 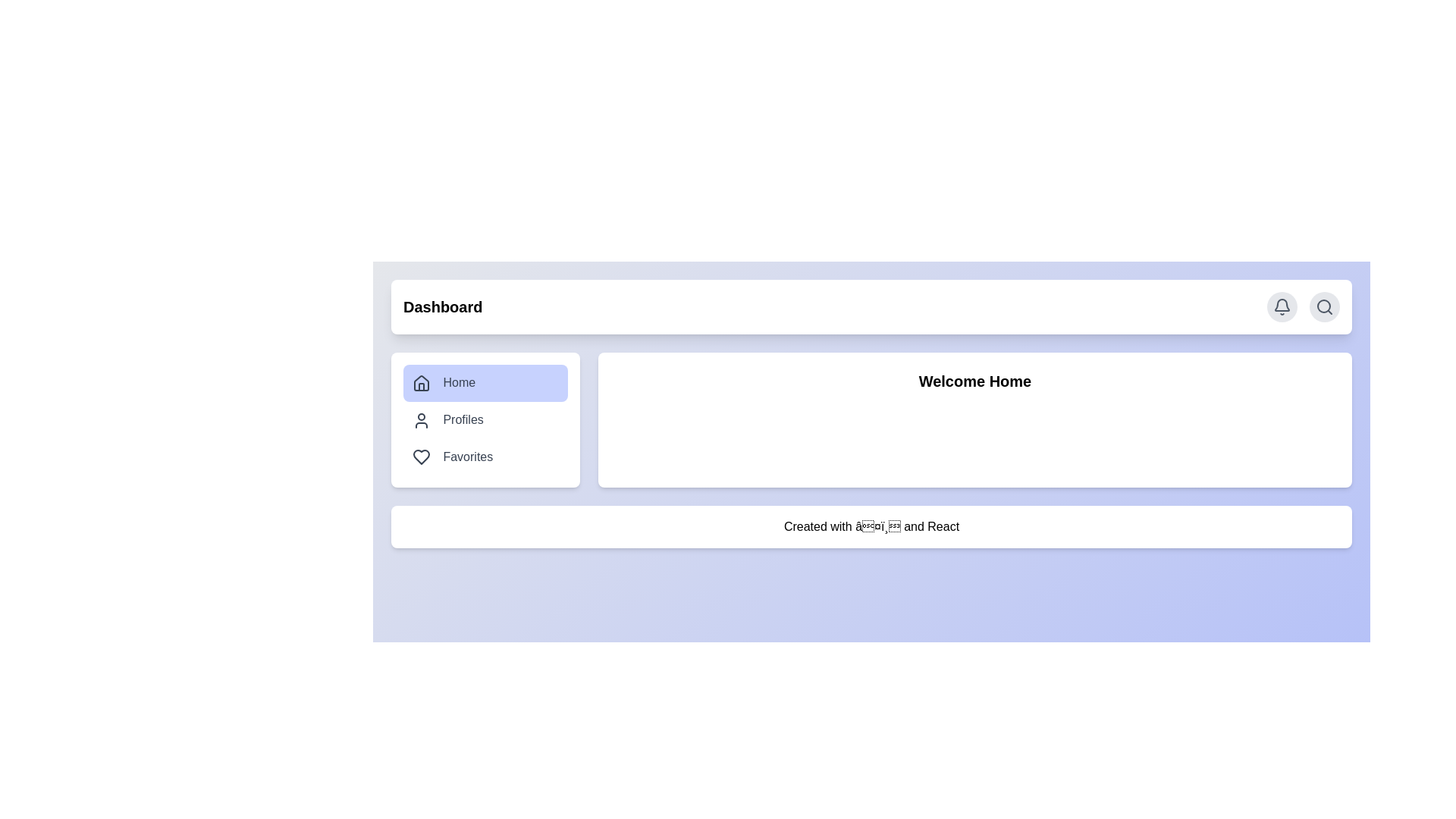 I want to click on the 'Profiles' navigation icon, which is located to the left of the 'Profiles' text in the vertical navigation menu, so click(x=422, y=420).